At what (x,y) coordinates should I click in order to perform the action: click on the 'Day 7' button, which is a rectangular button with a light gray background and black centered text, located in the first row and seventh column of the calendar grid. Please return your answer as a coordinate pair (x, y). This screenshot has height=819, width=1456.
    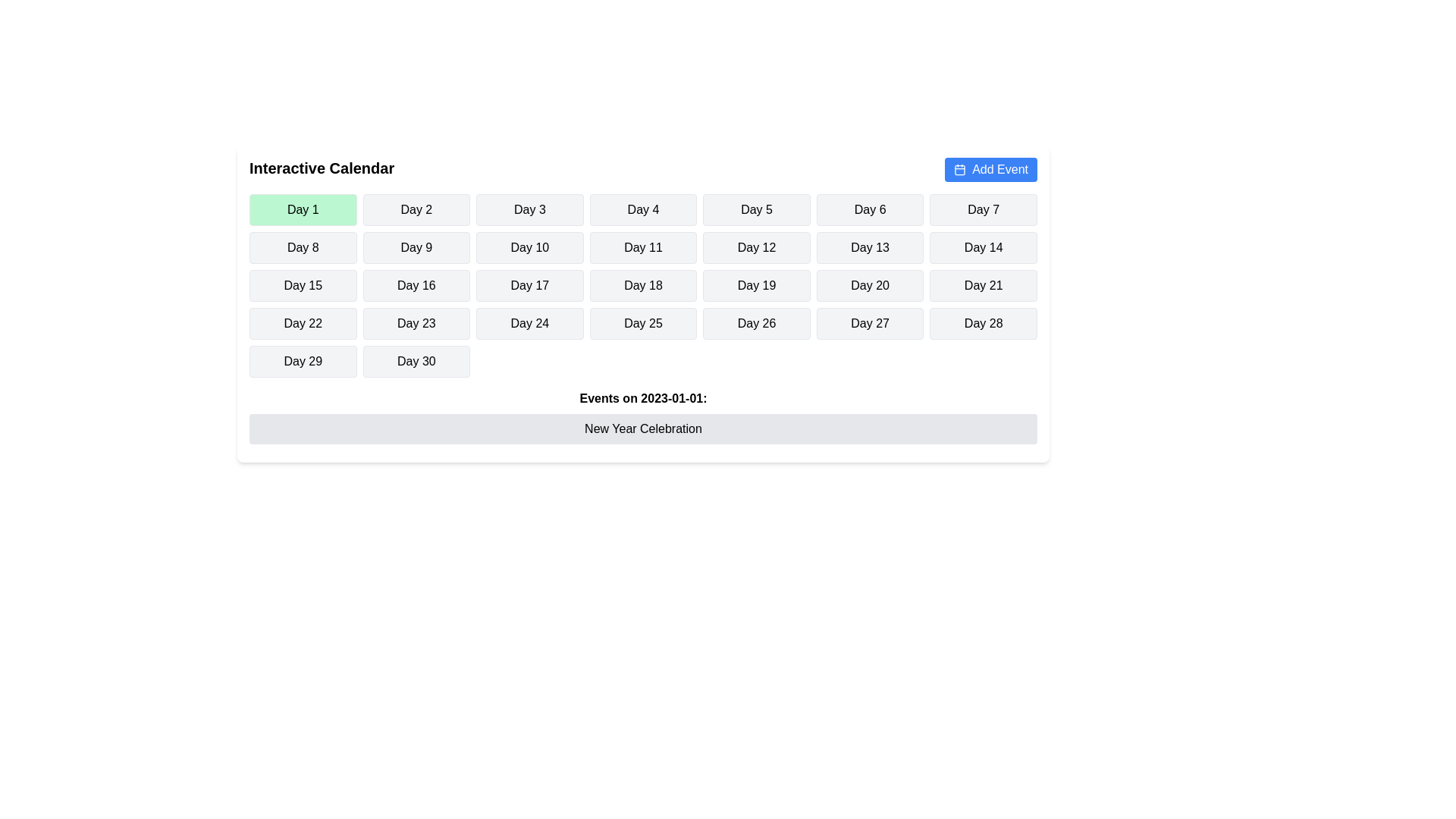
    Looking at the image, I should click on (984, 210).